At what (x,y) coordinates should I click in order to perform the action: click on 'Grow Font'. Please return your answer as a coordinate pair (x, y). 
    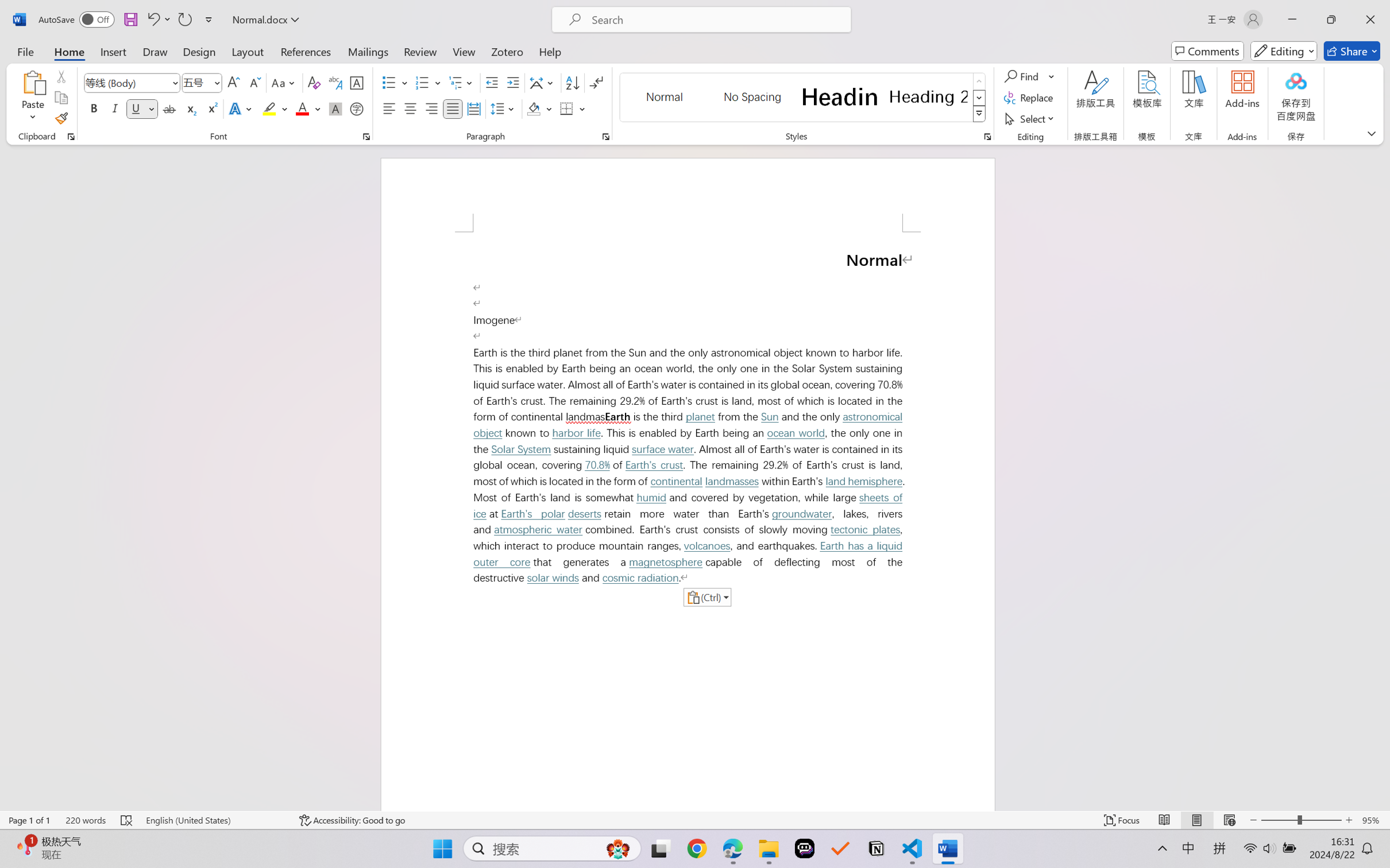
    Looking at the image, I should click on (233, 83).